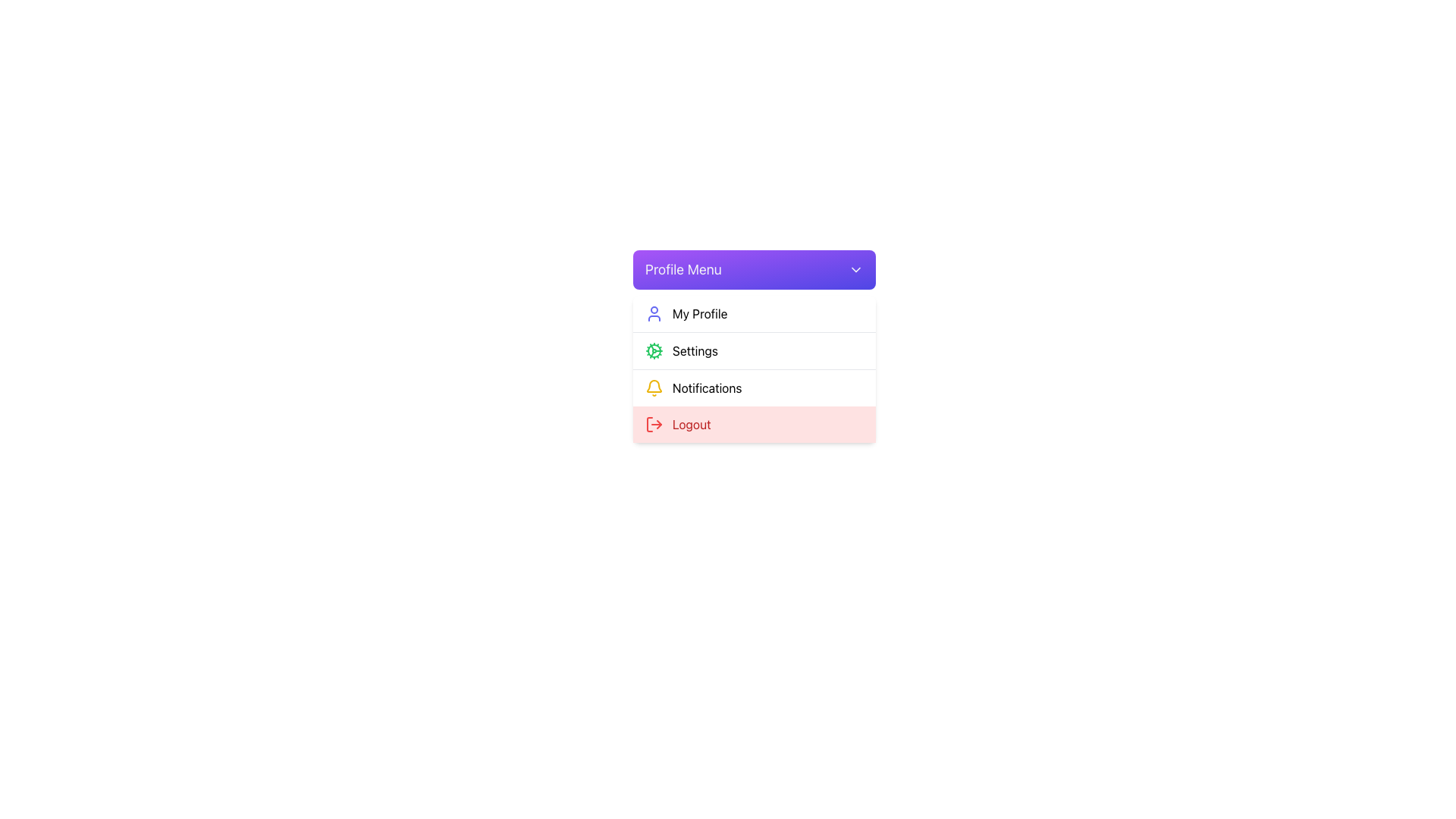  Describe the element at coordinates (754, 312) in the screenshot. I see `the first clickable list item in the 'Profile Menu'` at that location.